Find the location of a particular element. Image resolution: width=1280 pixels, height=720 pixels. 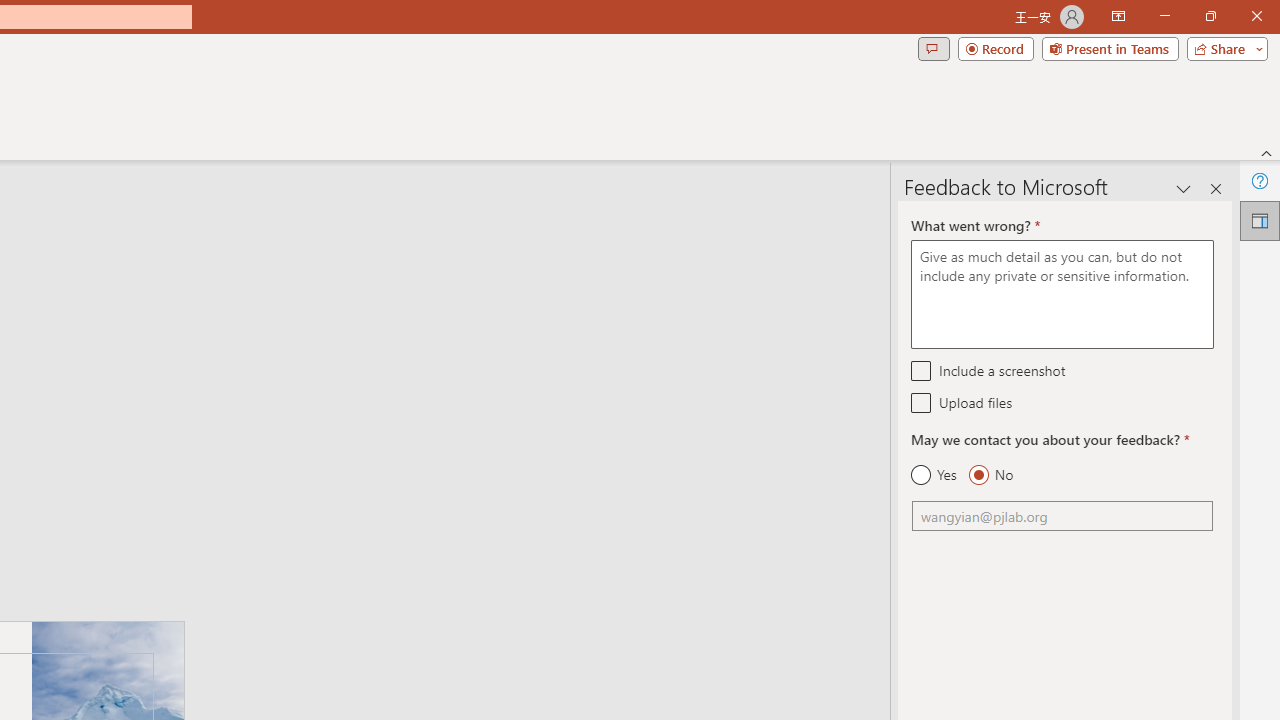

'Email' is located at coordinates (1061, 515).